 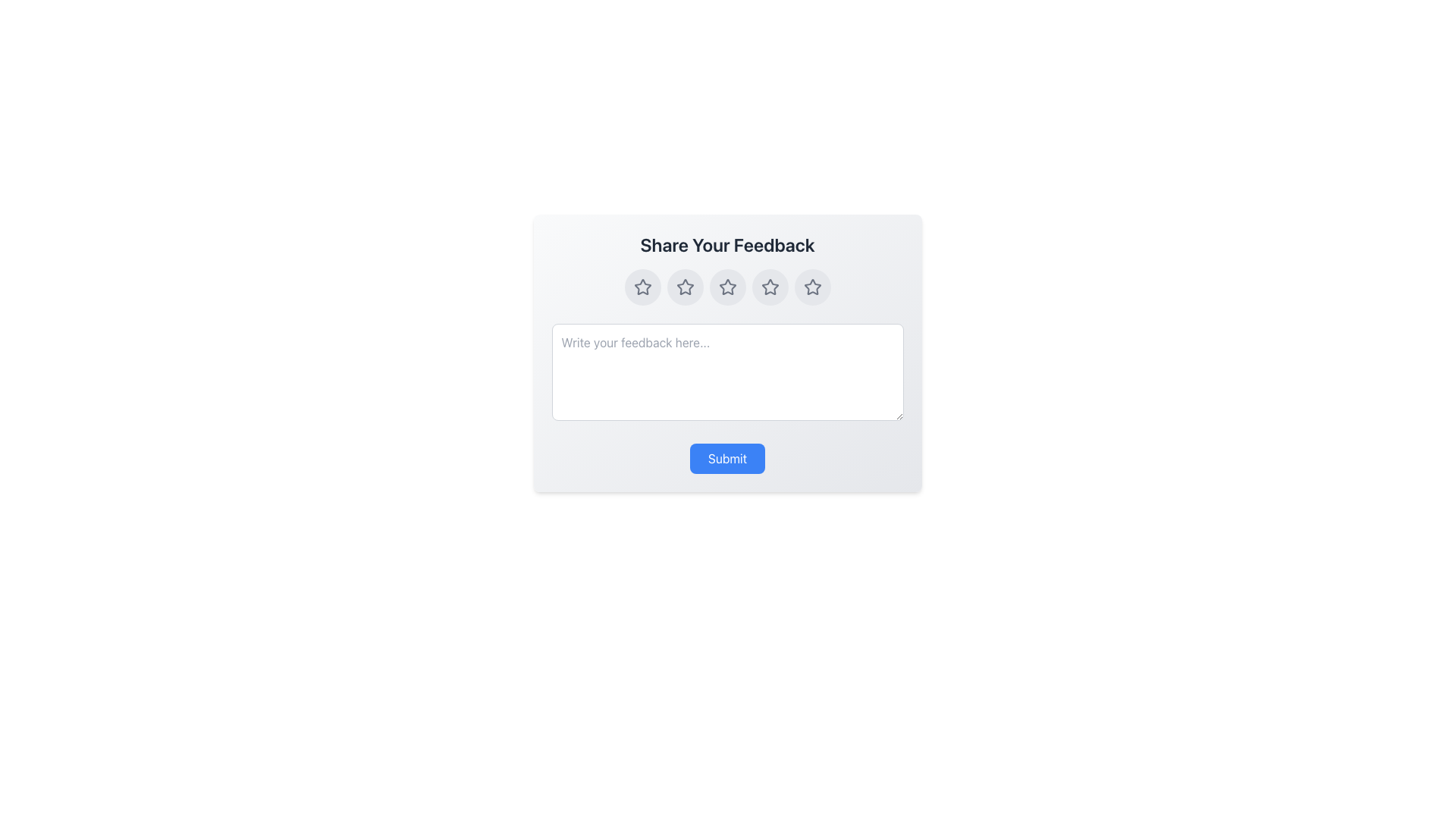 I want to click on the fourth star-shaped rating icon, which is gray with a hollow center, so click(x=770, y=287).